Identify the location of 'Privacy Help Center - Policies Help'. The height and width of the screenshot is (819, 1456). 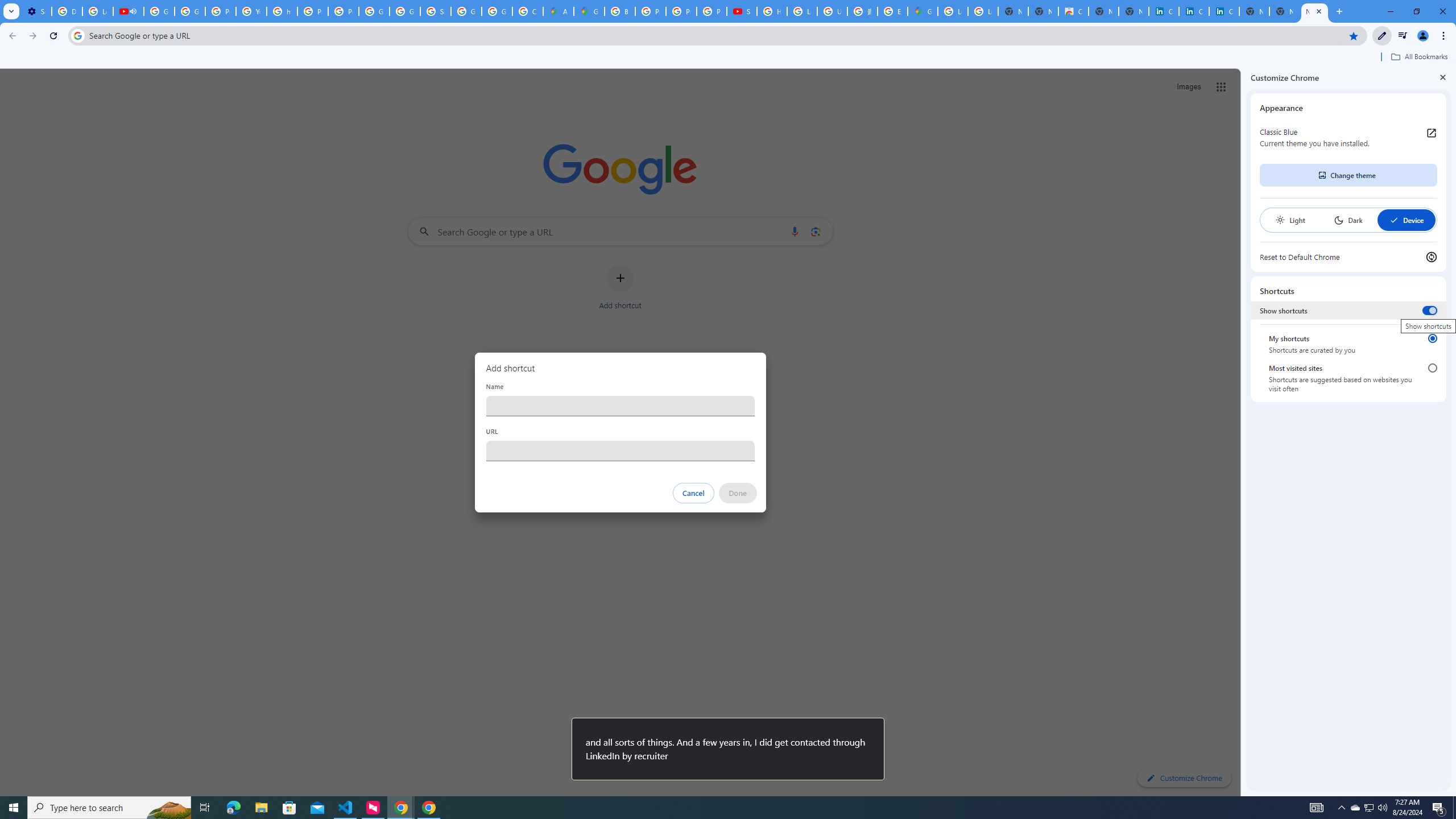
(681, 11).